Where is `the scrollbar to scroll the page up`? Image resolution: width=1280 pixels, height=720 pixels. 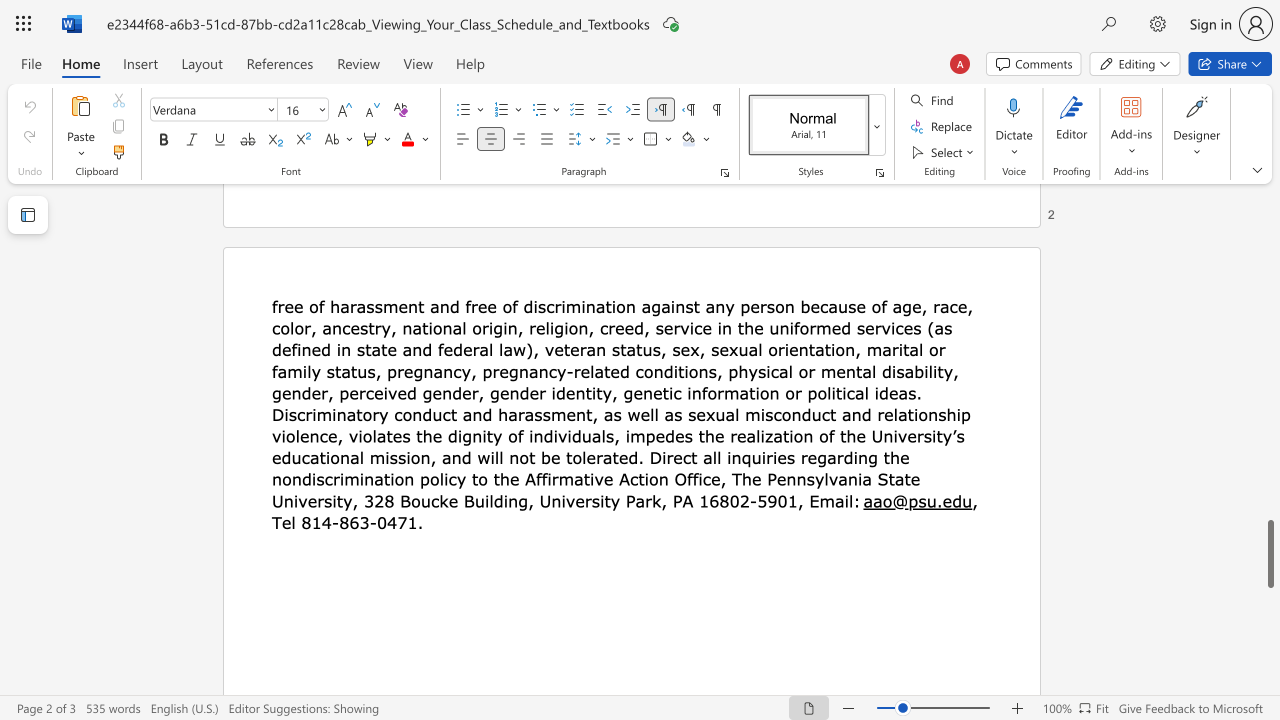 the scrollbar to scroll the page up is located at coordinates (1269, 400).